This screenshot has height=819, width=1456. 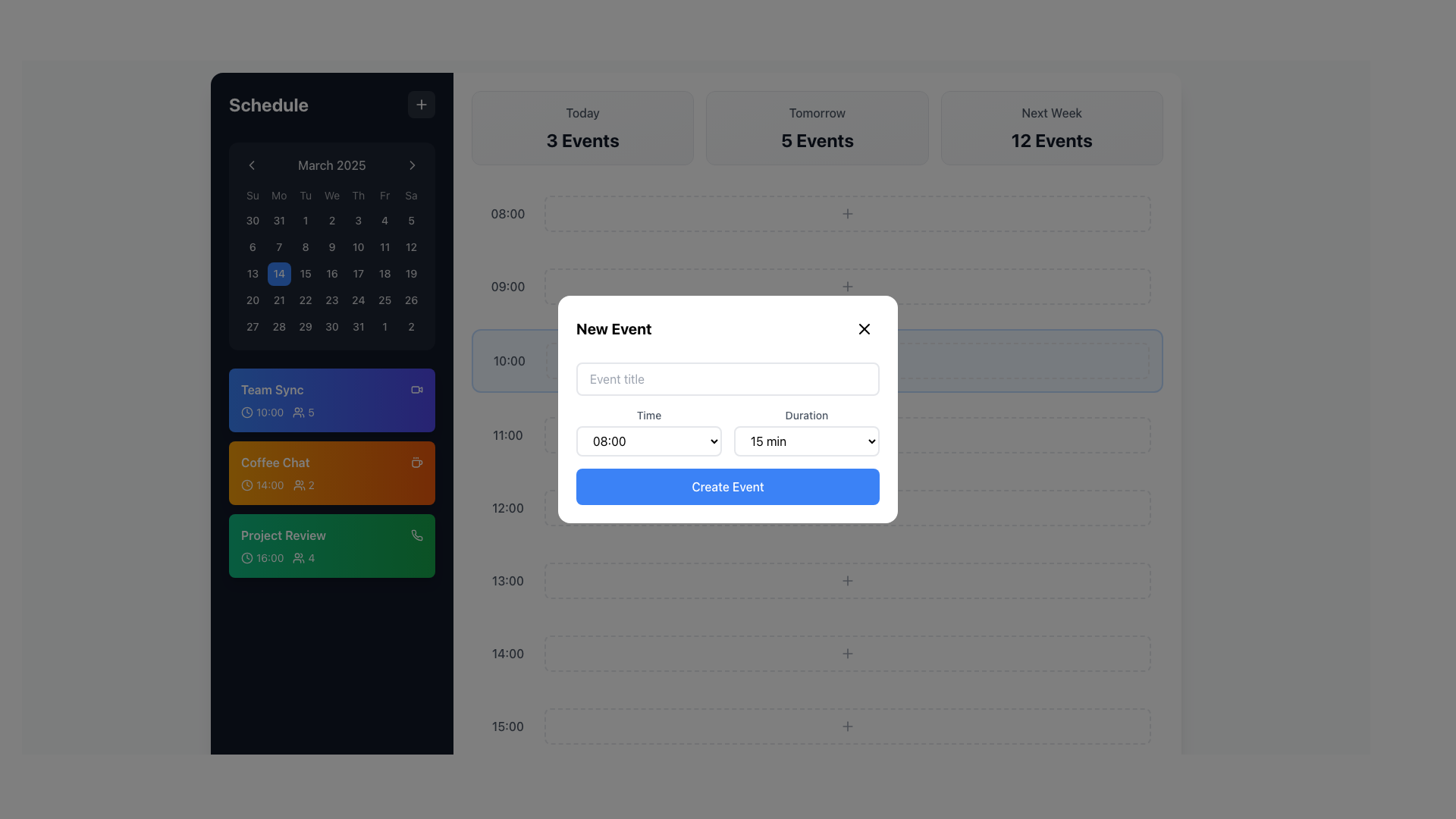 What do you see at coordinates (305, 246) in the screenshot?
I see `the button corresponding to the 8th day of the month in the calendar grid` at bounding box center [305, 246].